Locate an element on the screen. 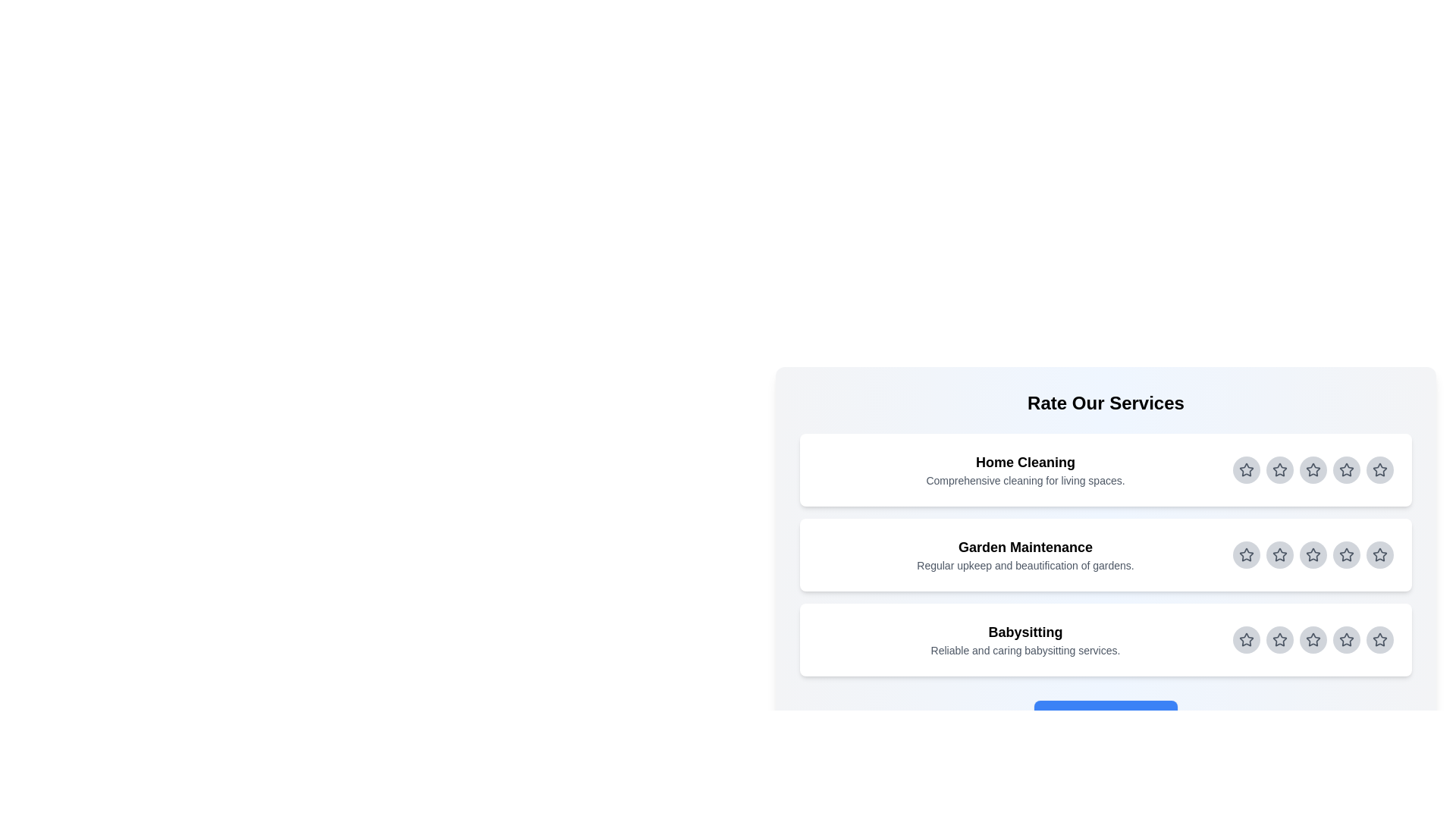 Image resolution: width=1456 pixels, height=819 pixels. the description of the selected service for reading is located at coordinates (1025, 480).